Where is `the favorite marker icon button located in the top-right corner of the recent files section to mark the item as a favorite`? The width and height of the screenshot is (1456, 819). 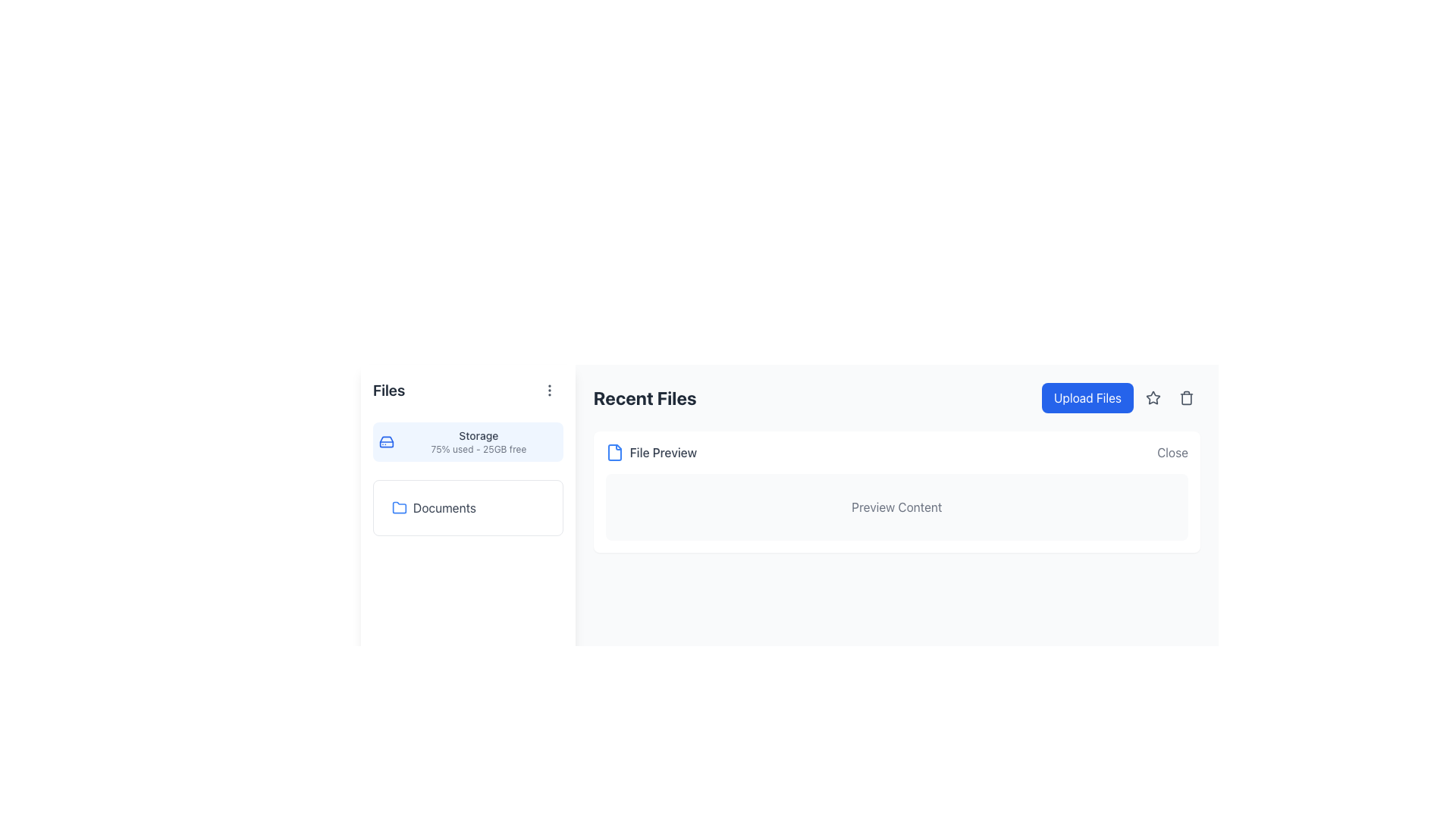
the favorite marker icon button located in the top-right corner of the recent files section to mark the item as a favorite is located at coordinates (1153, 397).